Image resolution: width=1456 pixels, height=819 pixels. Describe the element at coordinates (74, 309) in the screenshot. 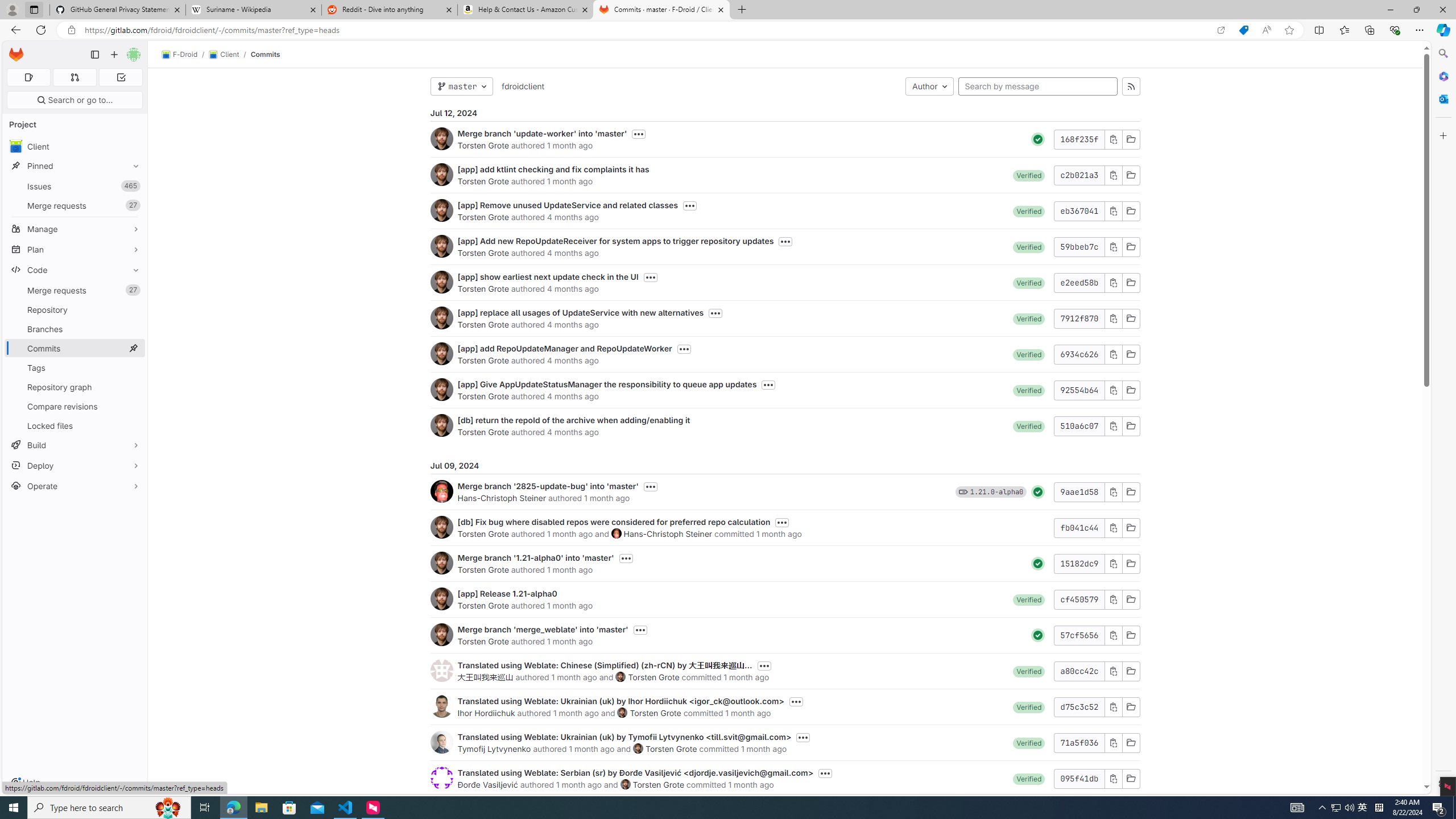

I see `'Repository'` at that location.